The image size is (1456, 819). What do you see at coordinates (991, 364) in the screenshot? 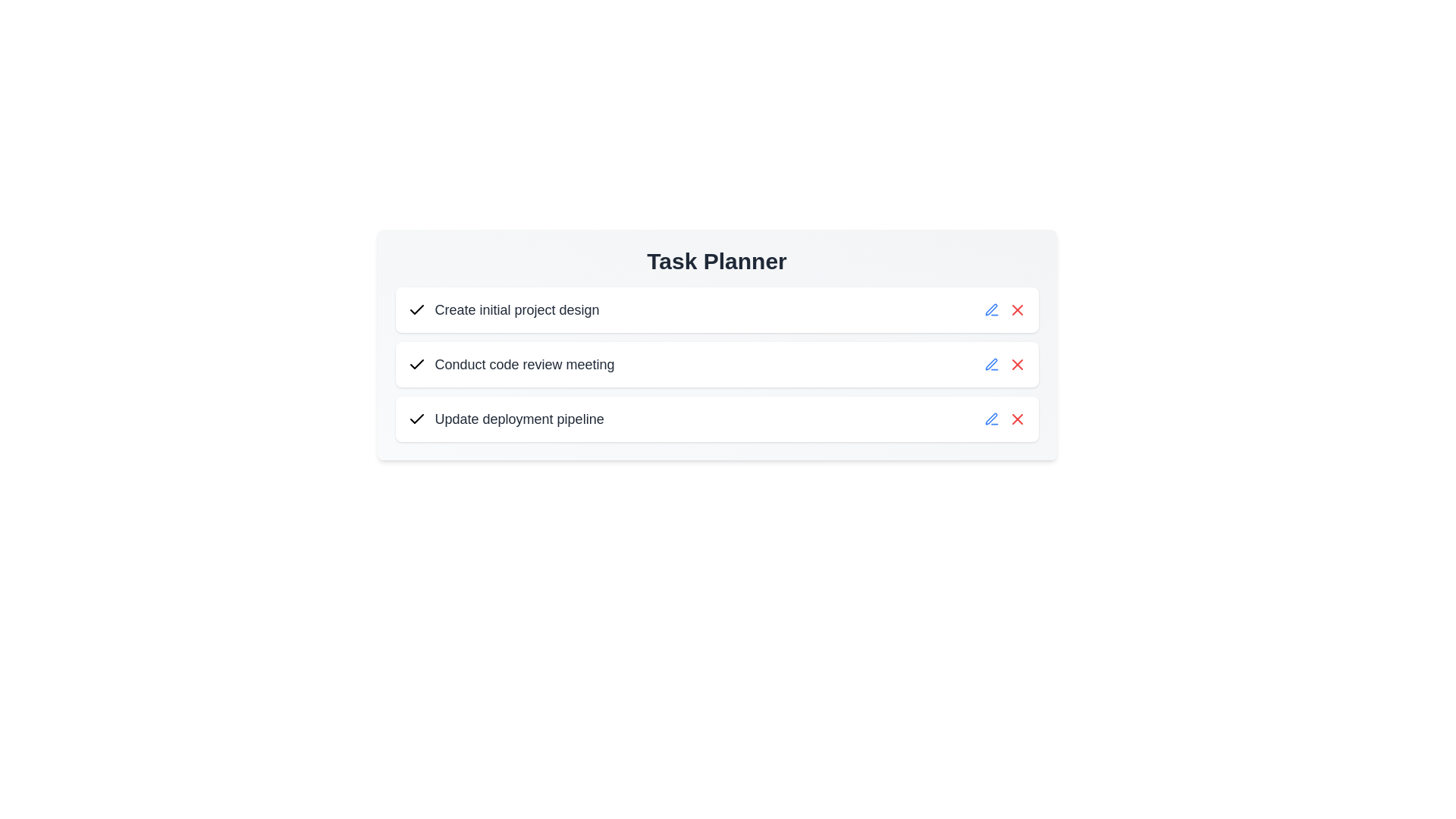
I see `the pen icon button in the second row of task items, next to 'Conduct code review meeting'` at bounding box center [991, 364].